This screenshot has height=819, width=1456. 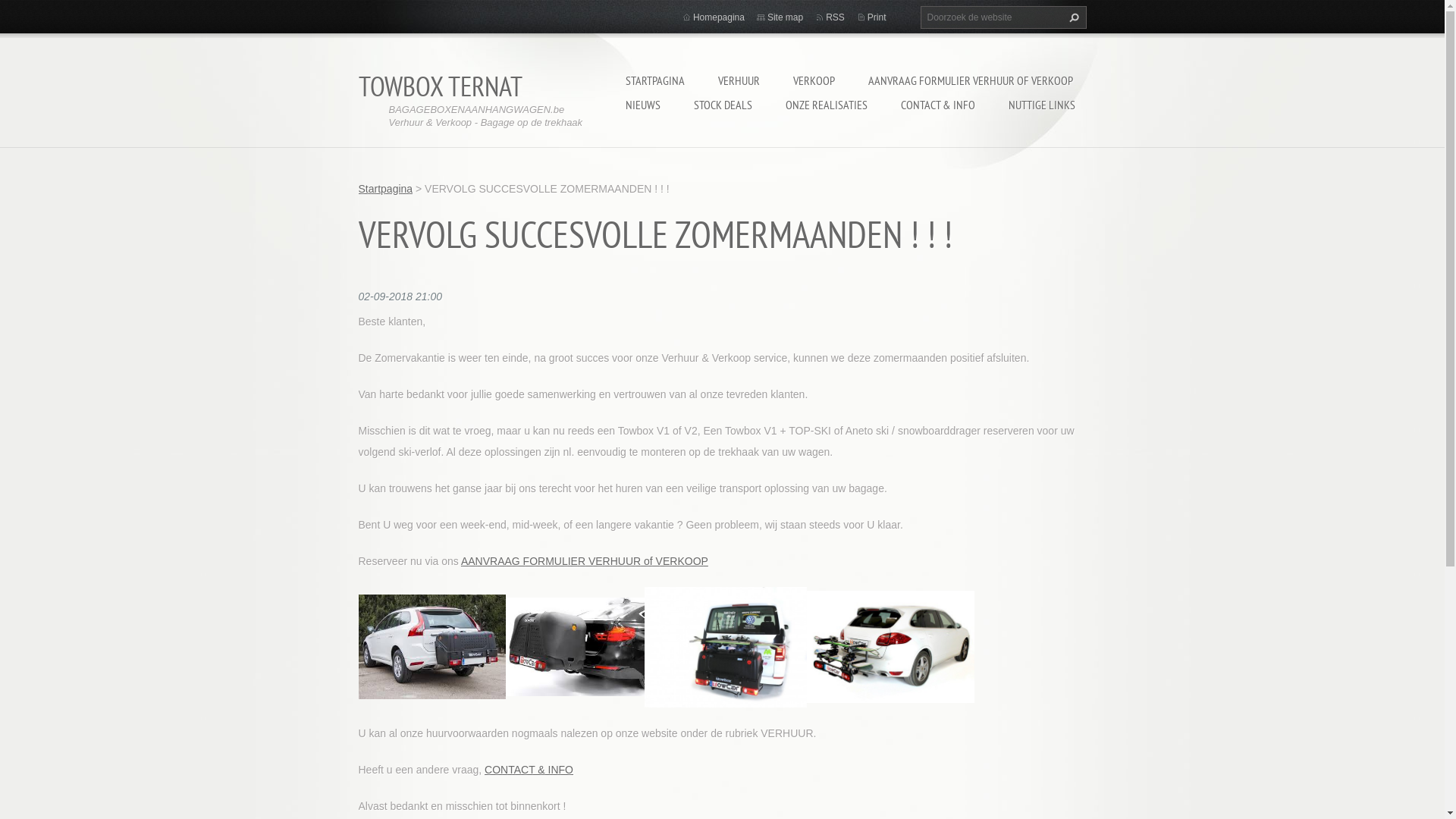 I want to click on 'Print', so click(x=877, y=17).